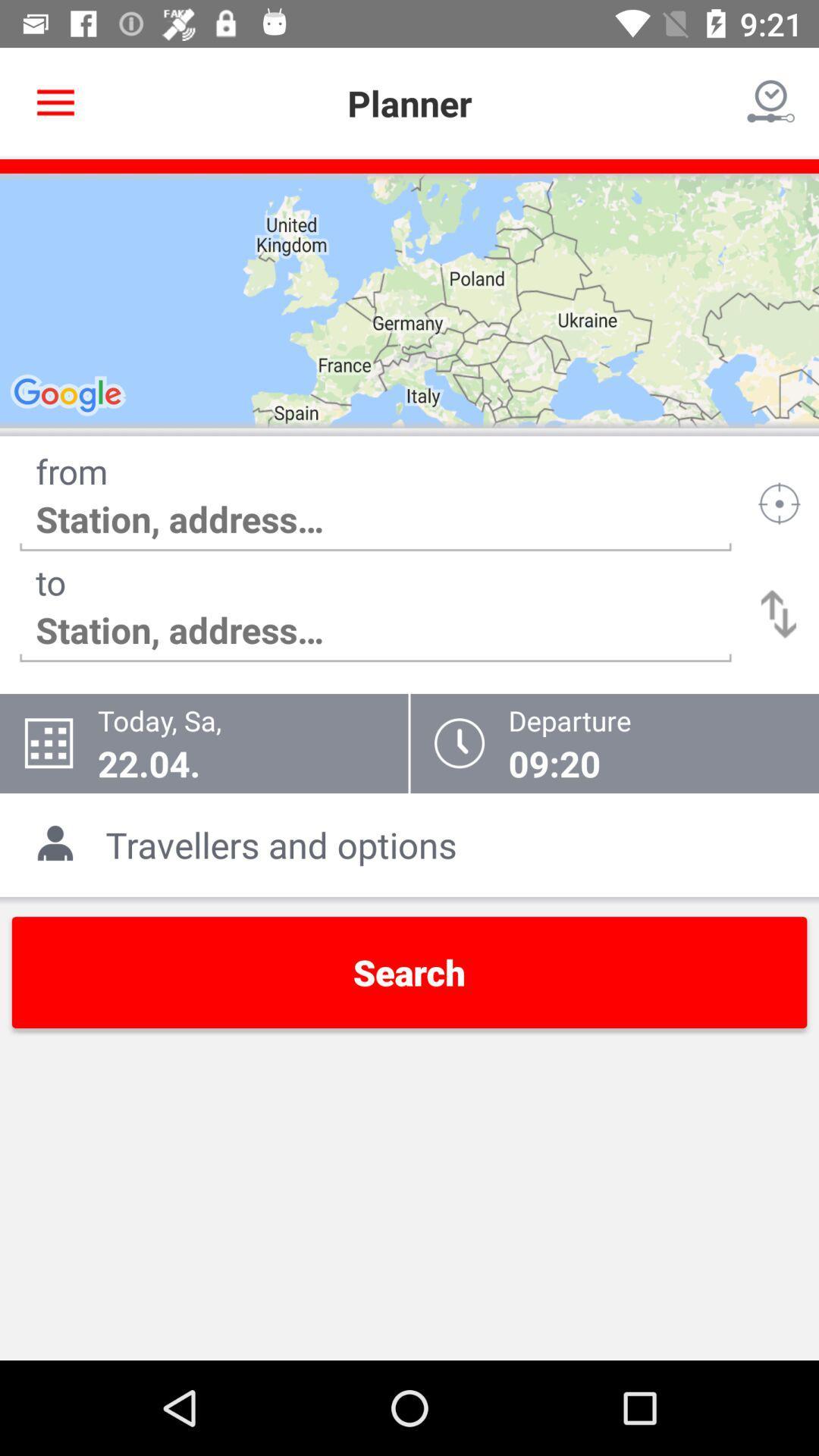 The width and height of the screenshot is (819, 1456). I want to click on the icon next to planner icon, so click(771, 102).